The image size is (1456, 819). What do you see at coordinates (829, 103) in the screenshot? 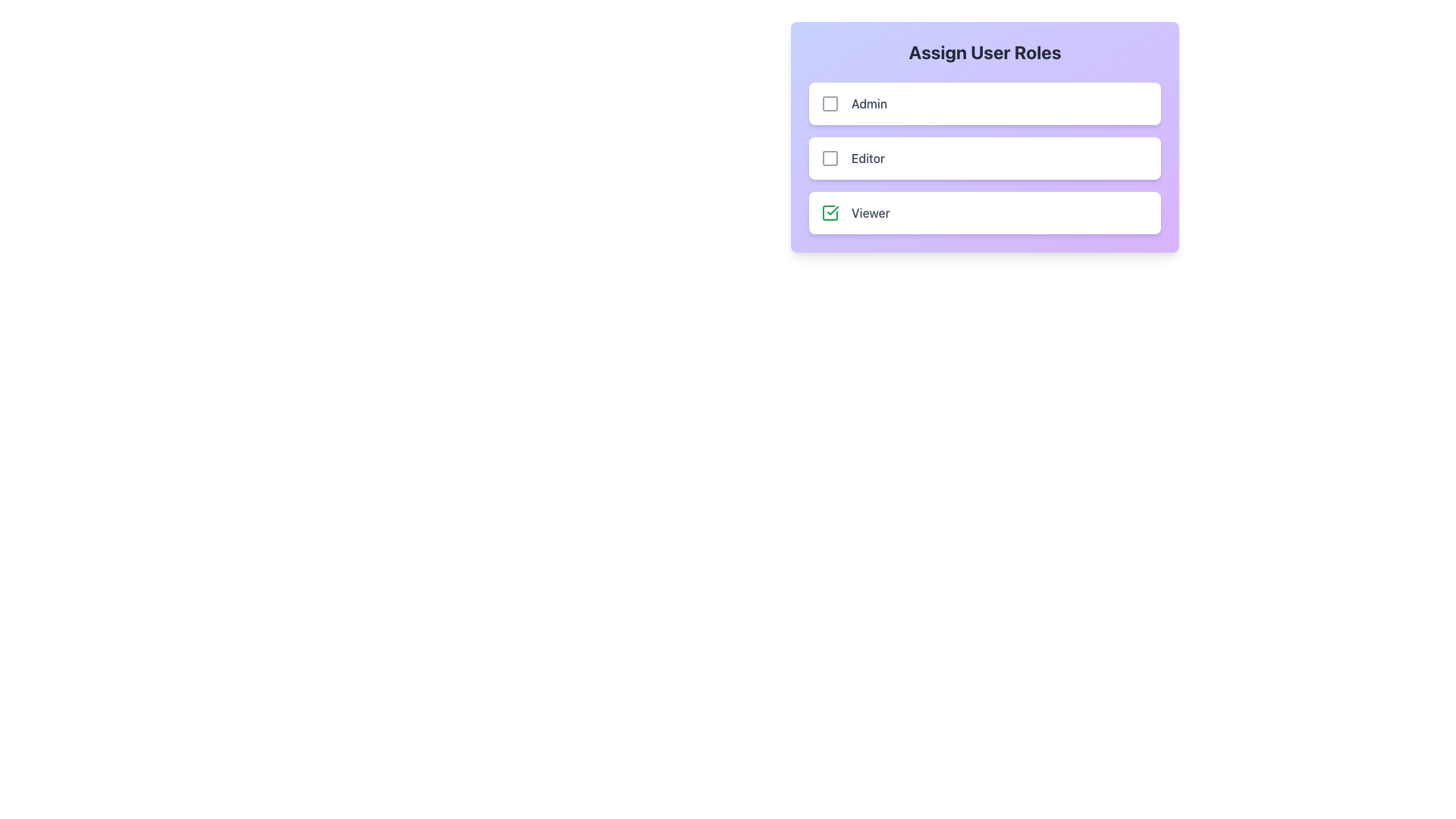
I see `the checkbox associated with the 'Admin' role option, which is represented by a small rectangular shape with rounded corners within the 'Assign User Roles' interface` at bounding box center [829, 103].